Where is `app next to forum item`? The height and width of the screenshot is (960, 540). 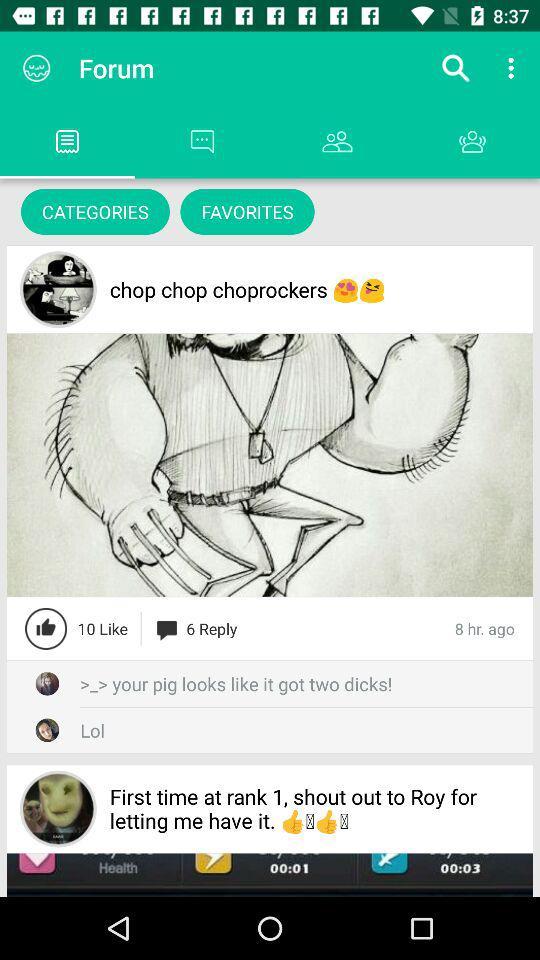
app next to forum item is located at coordinates (36, 68).